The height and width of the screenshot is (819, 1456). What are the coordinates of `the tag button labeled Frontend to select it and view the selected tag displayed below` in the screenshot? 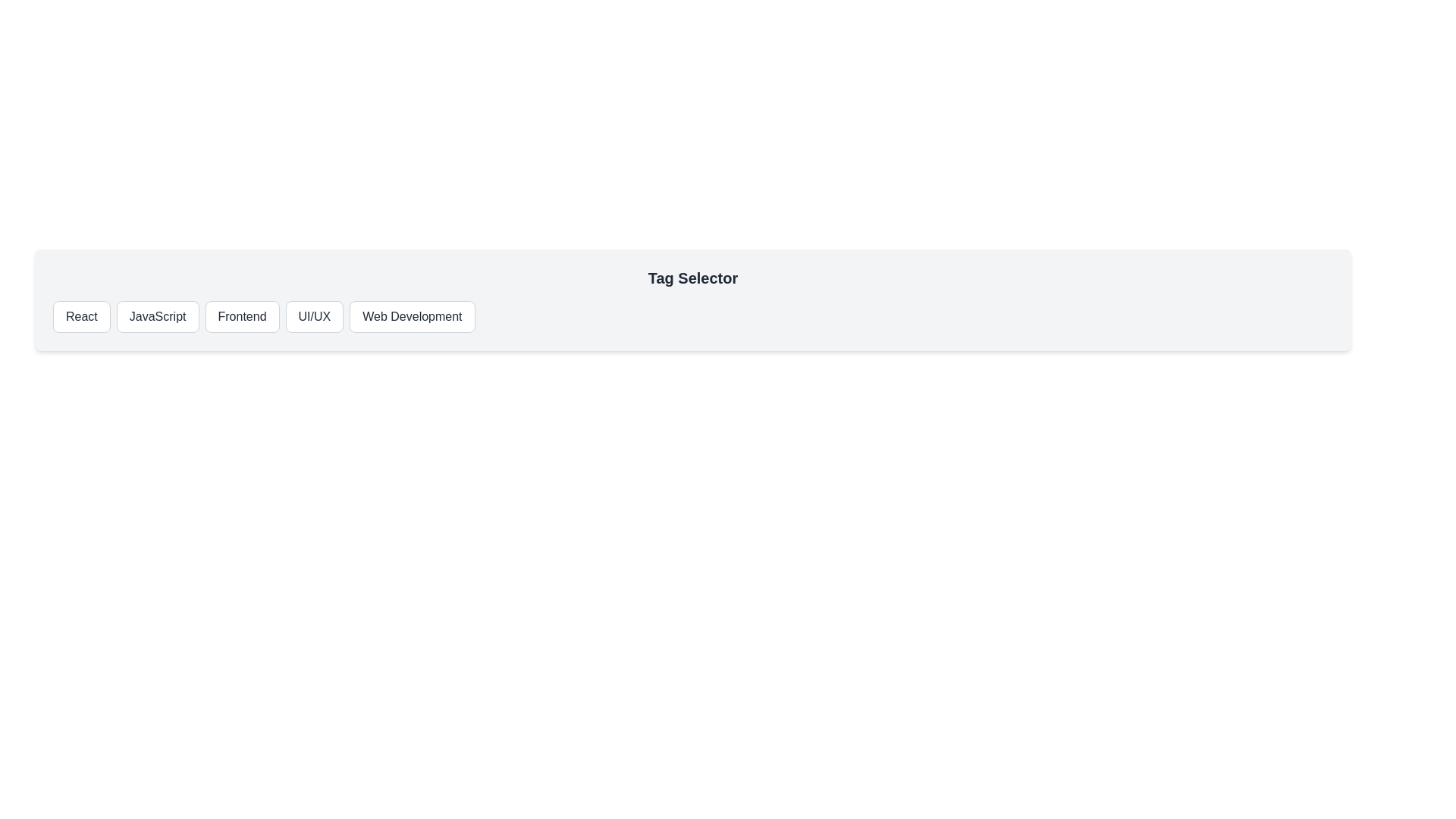 It's located at (241, 315).